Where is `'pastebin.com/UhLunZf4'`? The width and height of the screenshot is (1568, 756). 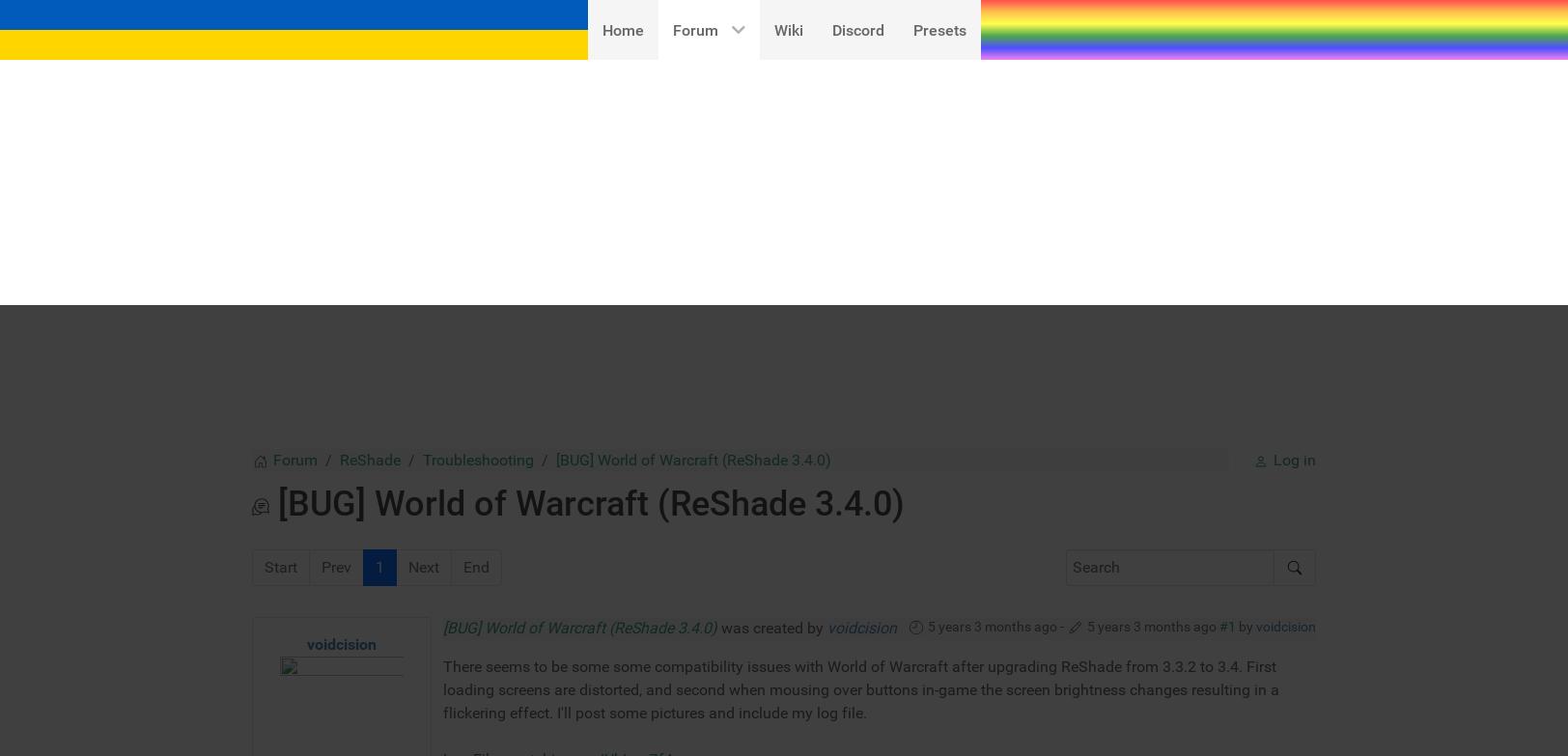 'pastebin.com/UhLunZf4' is located at coordinates (588, 452).